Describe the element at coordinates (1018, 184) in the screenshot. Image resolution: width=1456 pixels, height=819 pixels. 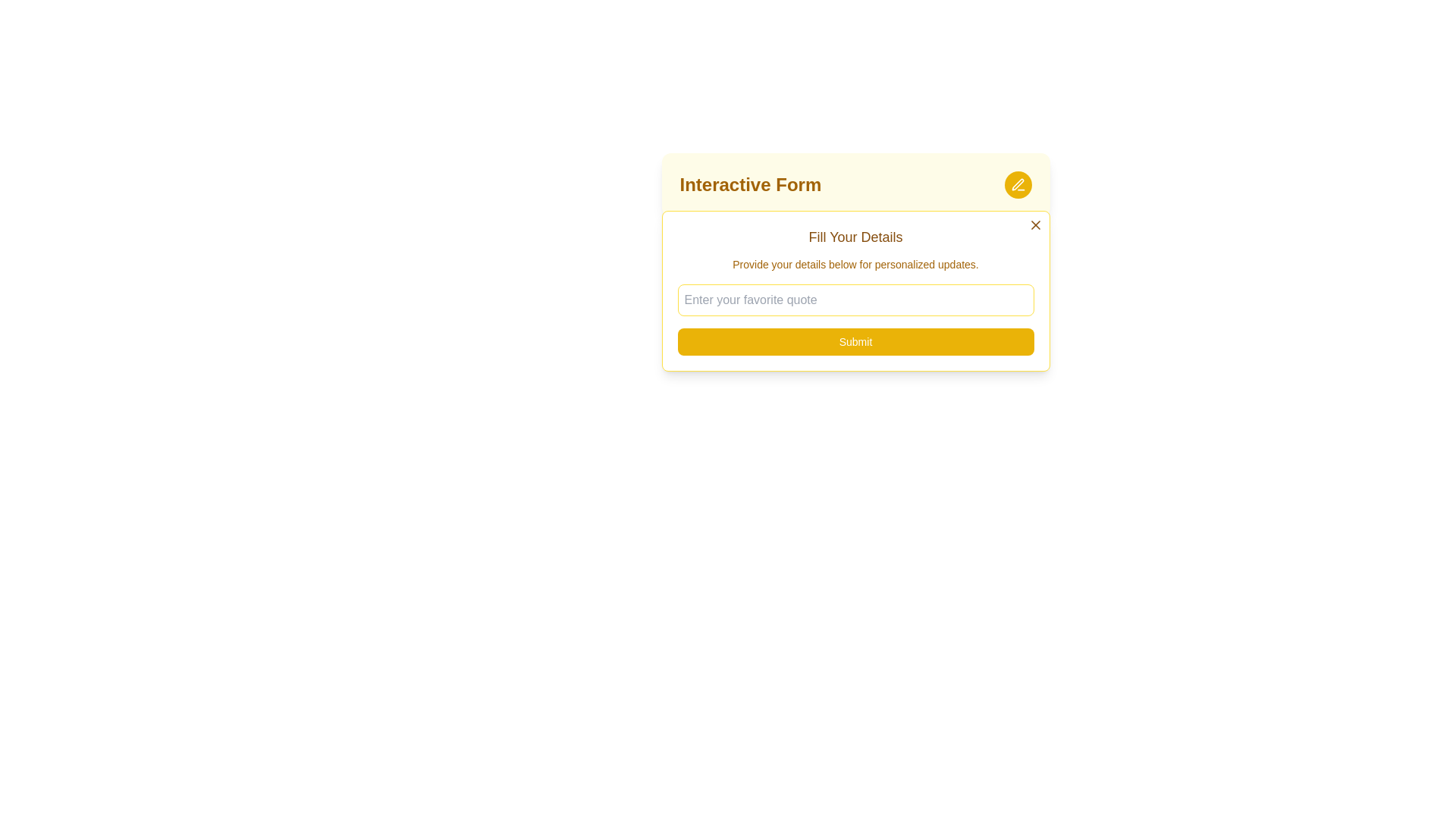
I see `the pen icon located at the upper right corner of the 'Interactive Form' header, which is part of a yellow circular button that triggers an edit action` at that location.